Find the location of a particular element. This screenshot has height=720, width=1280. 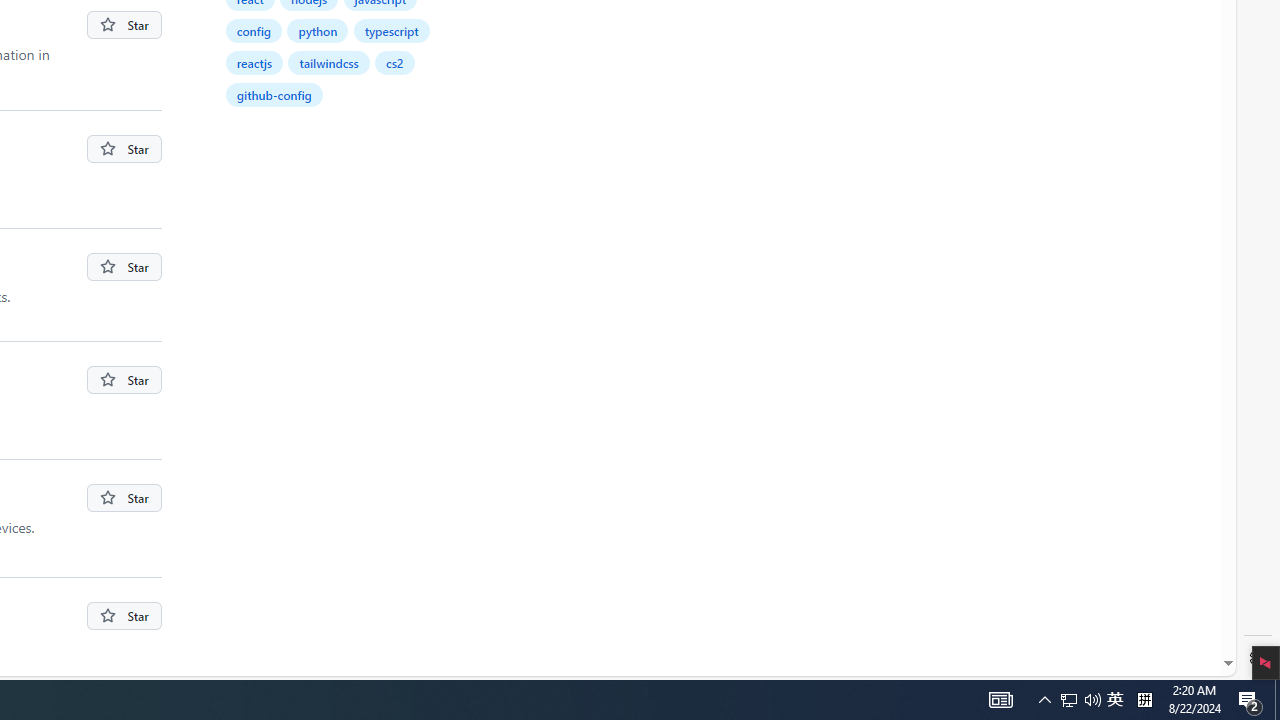

'cs2' is located at coordinates (396, 61).